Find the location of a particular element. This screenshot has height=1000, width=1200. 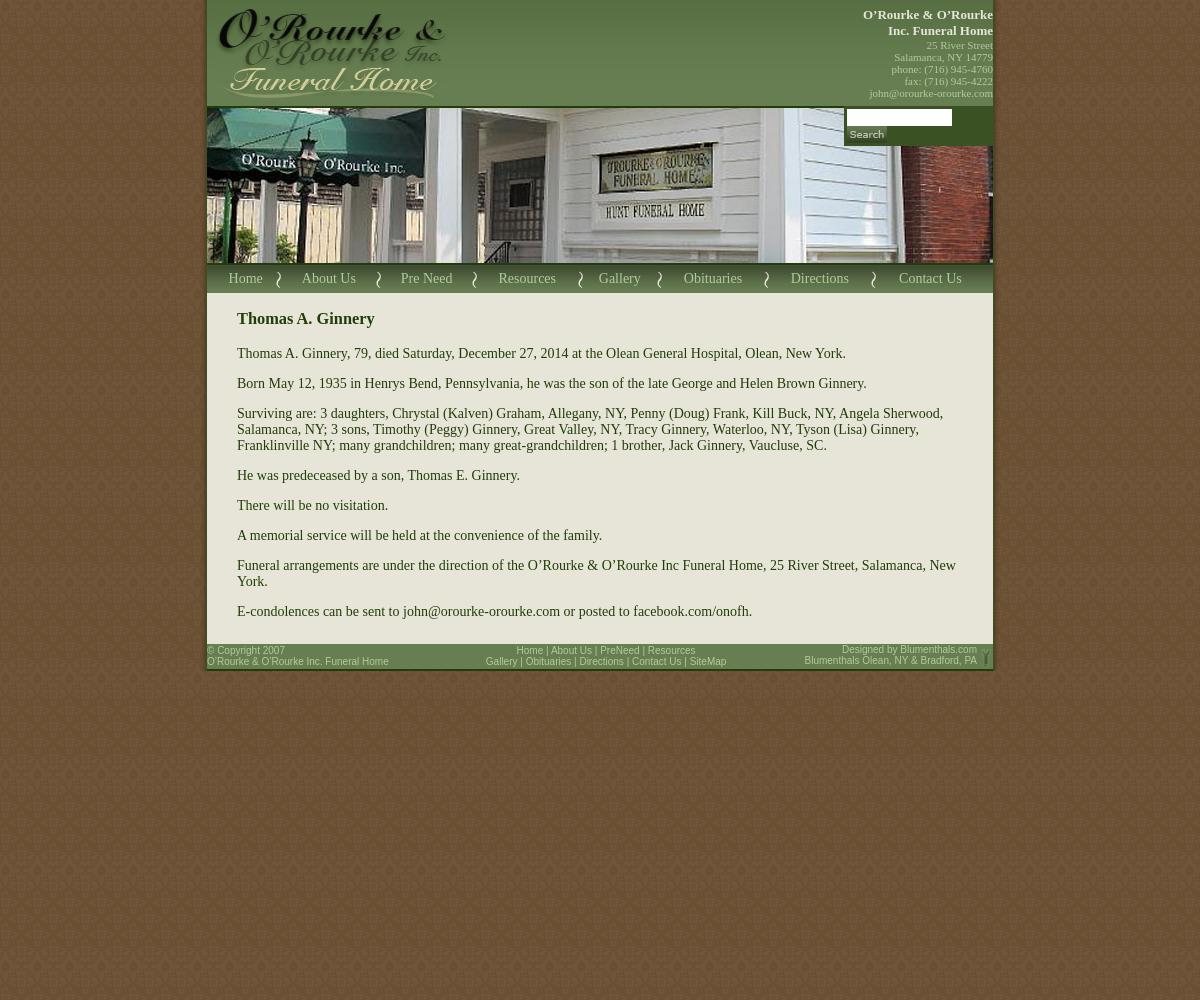

'Salamanca, NY  14779' is located at coordinates (943, 57).